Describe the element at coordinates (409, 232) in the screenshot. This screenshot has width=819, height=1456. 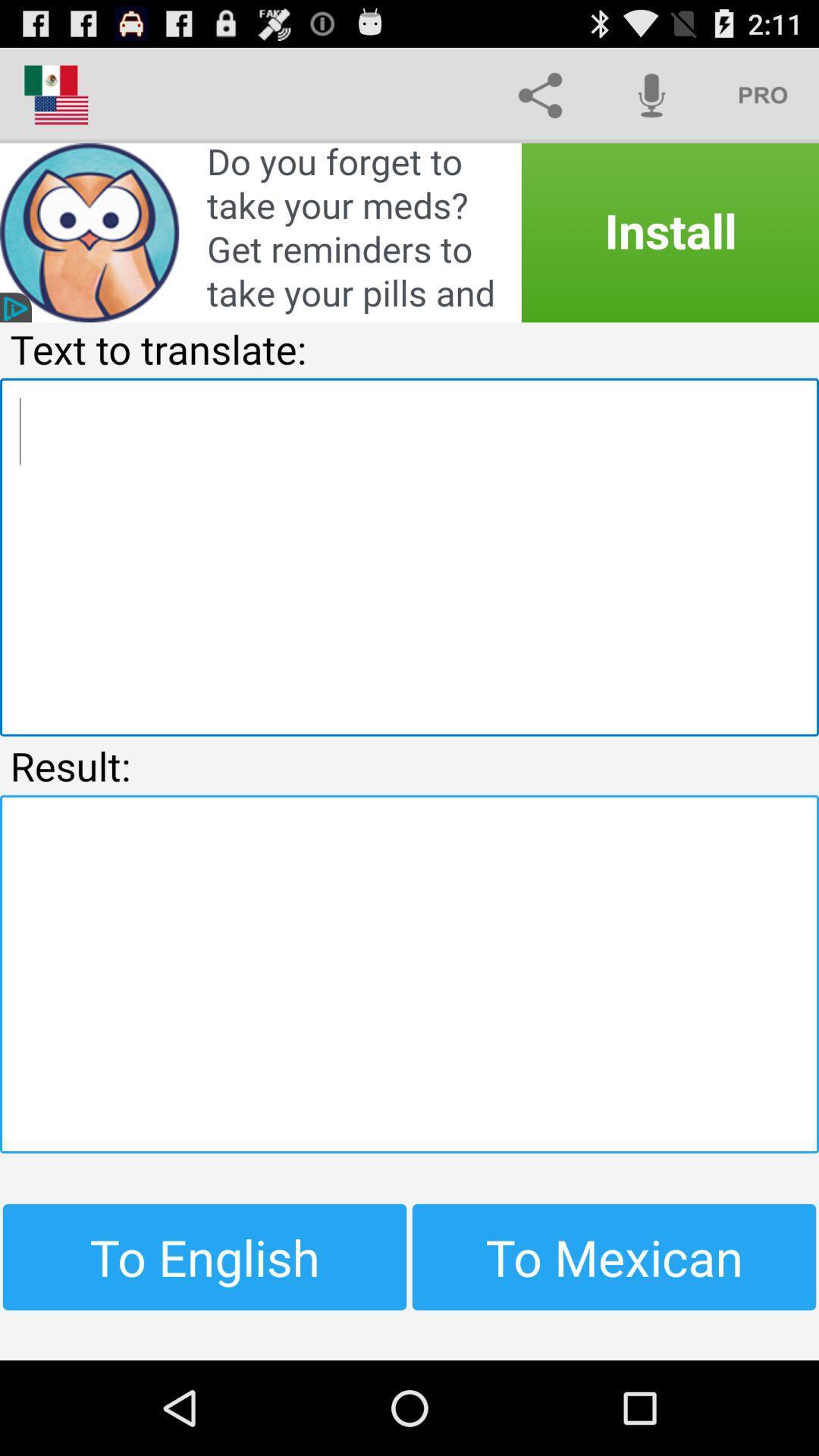
I see `item above text to translate: item` at that location.